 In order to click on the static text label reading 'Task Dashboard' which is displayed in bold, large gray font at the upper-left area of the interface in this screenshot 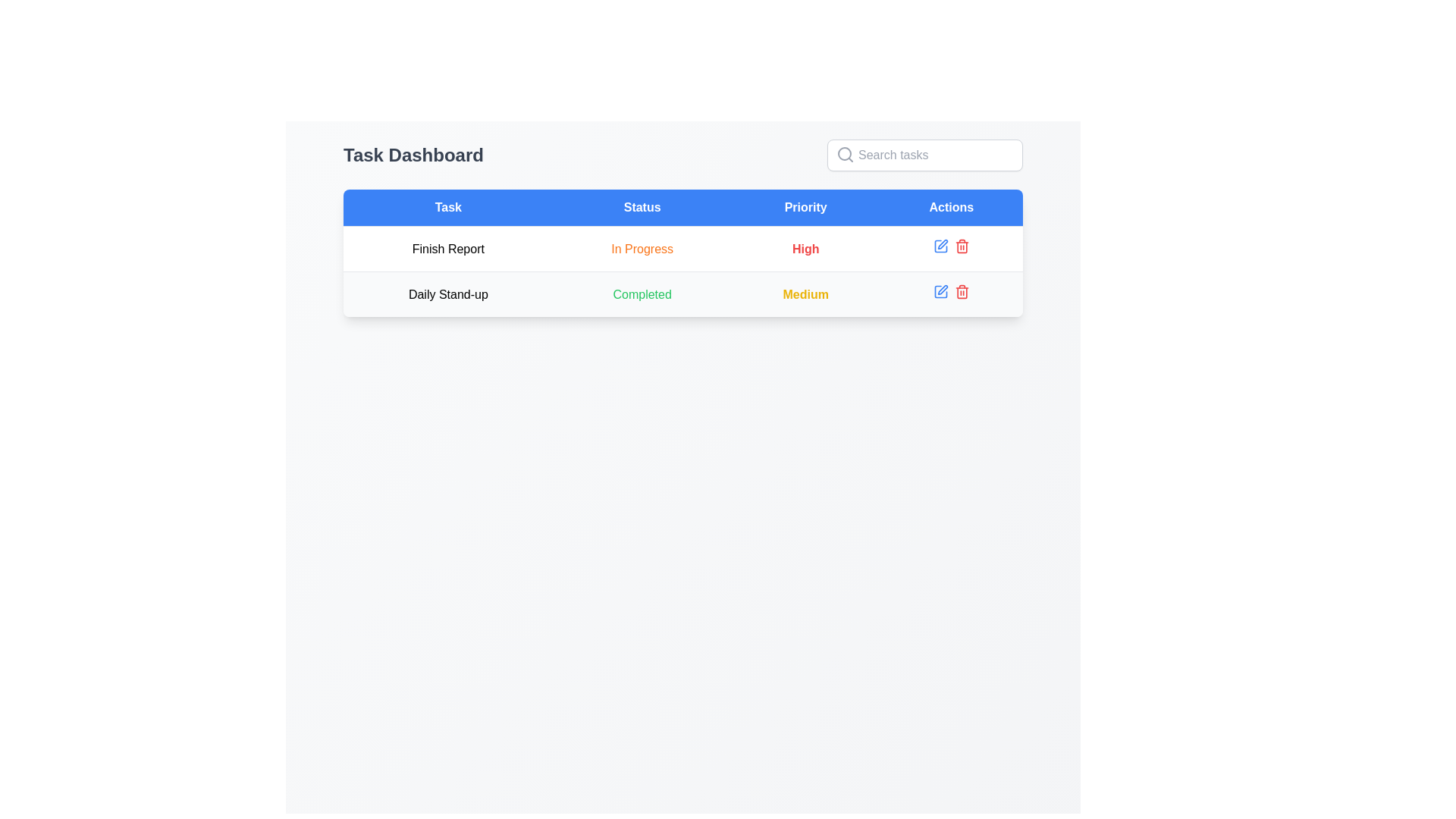, I will do `click(413, 155)`.